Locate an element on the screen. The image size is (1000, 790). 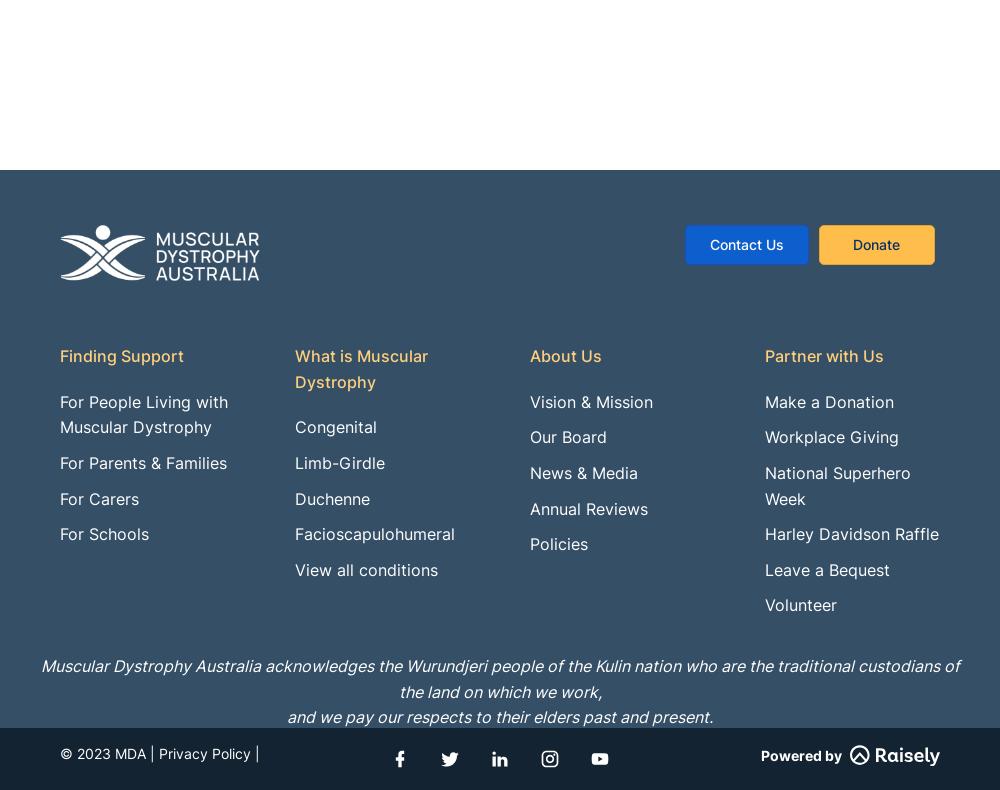
'For Carers' is located at coordinates (98, 498).